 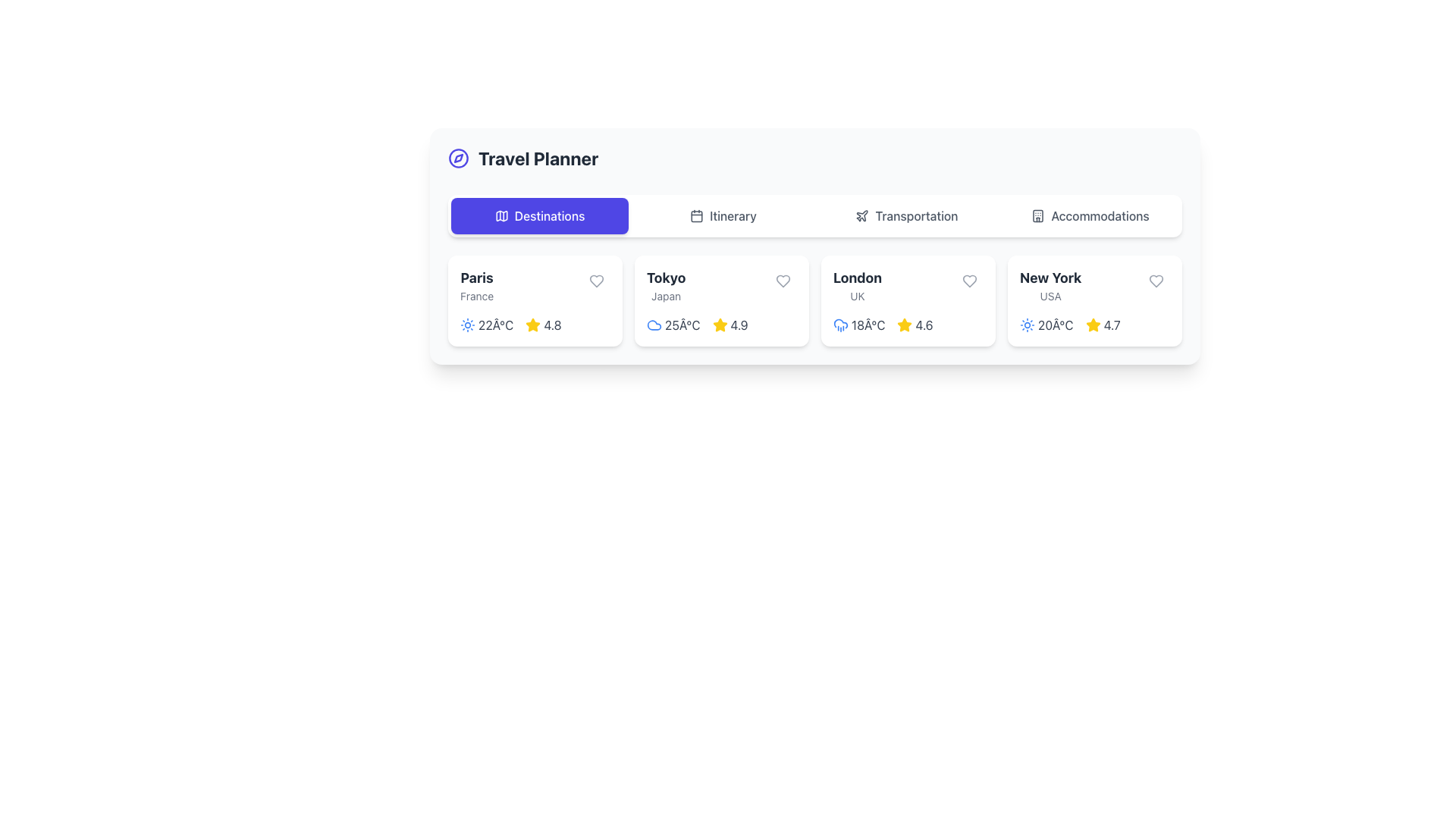 I want to click on the informational display block showing the temperature '20°C' and rating '4.7' for New York, USA, located at the bottom section of the card, so click(x=1095, y=324).